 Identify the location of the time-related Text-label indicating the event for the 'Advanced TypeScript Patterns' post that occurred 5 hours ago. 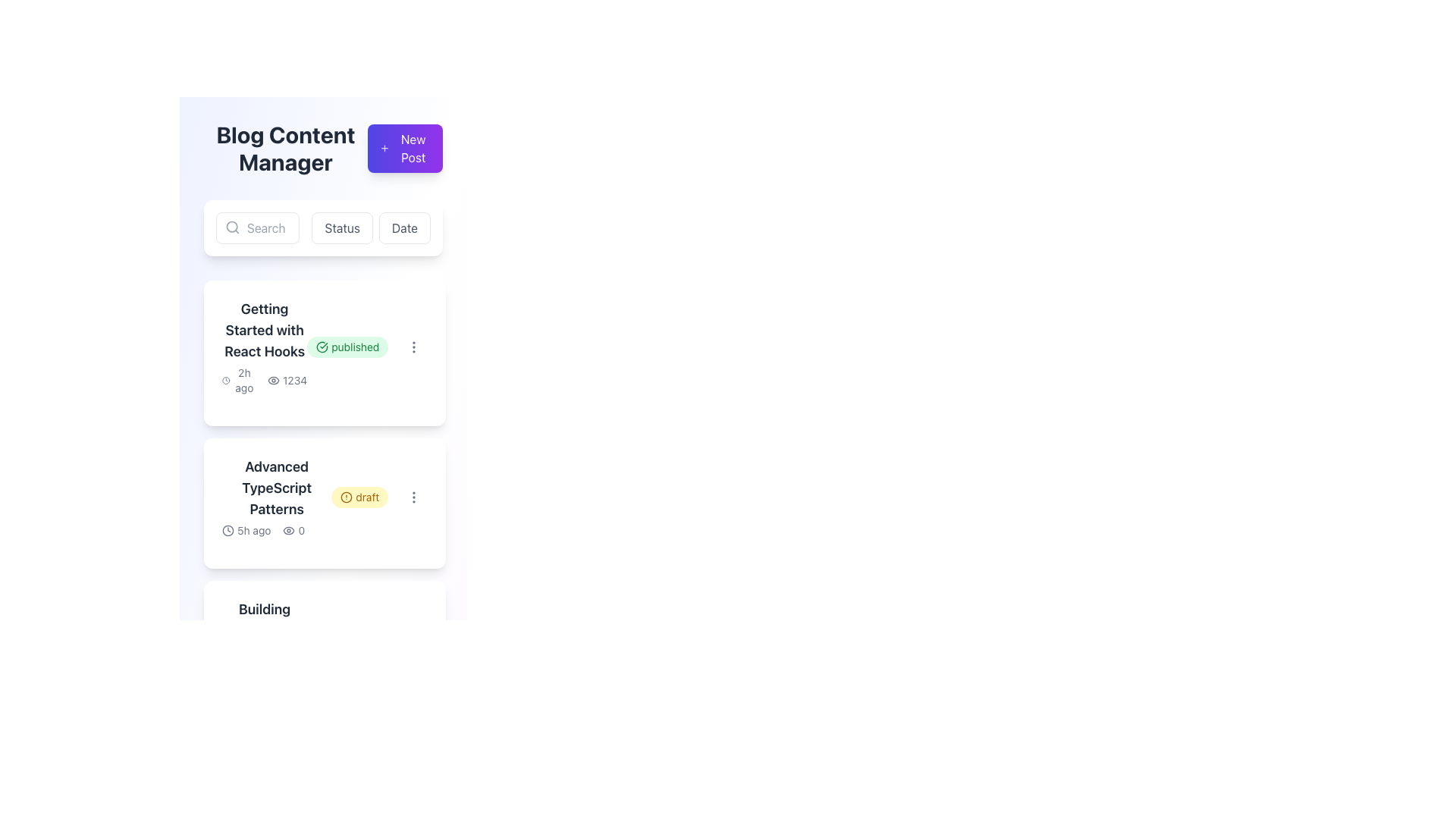
(246, 529).